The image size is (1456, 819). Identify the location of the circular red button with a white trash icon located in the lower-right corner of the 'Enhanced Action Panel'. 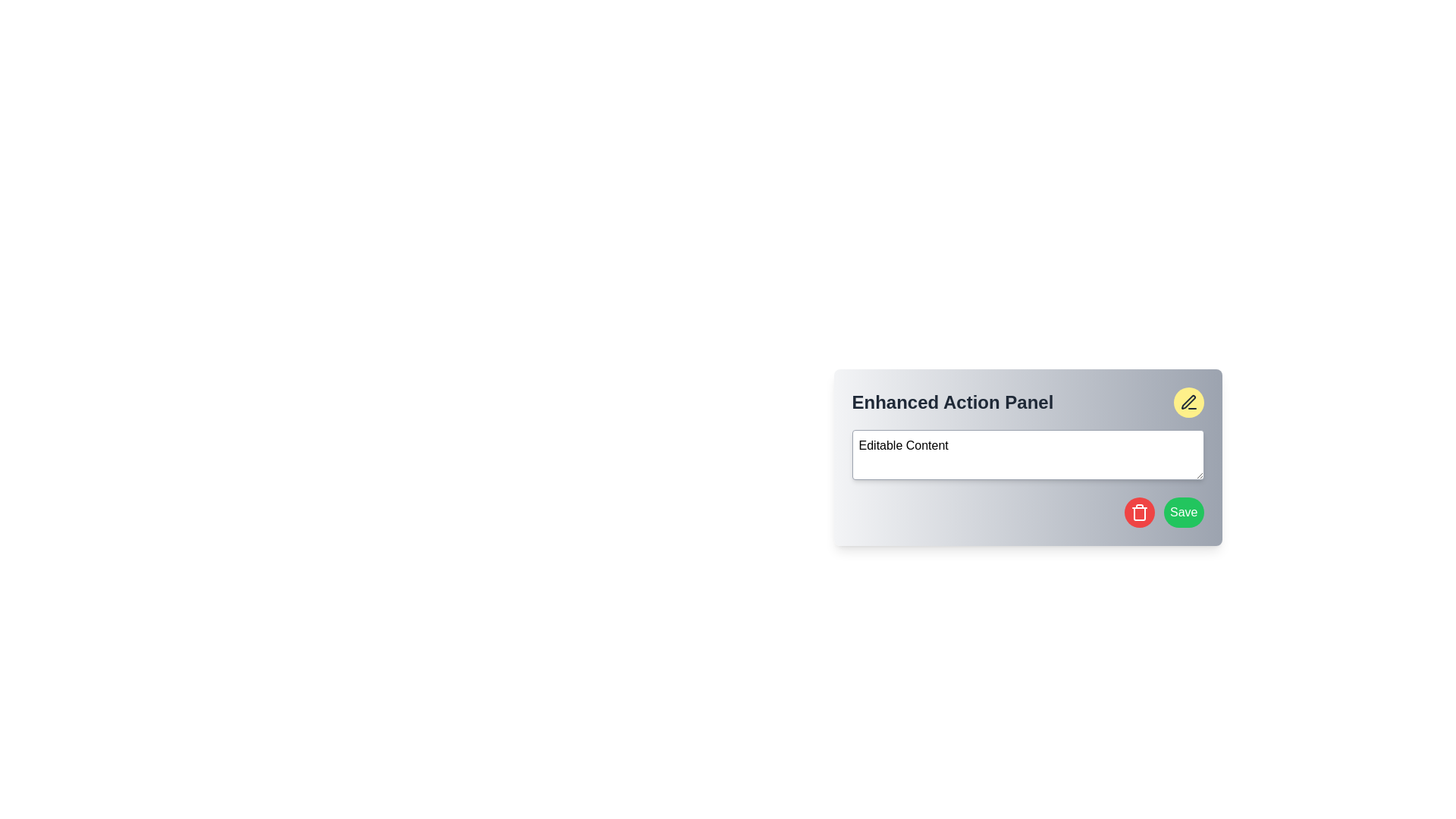
(1139, 512).